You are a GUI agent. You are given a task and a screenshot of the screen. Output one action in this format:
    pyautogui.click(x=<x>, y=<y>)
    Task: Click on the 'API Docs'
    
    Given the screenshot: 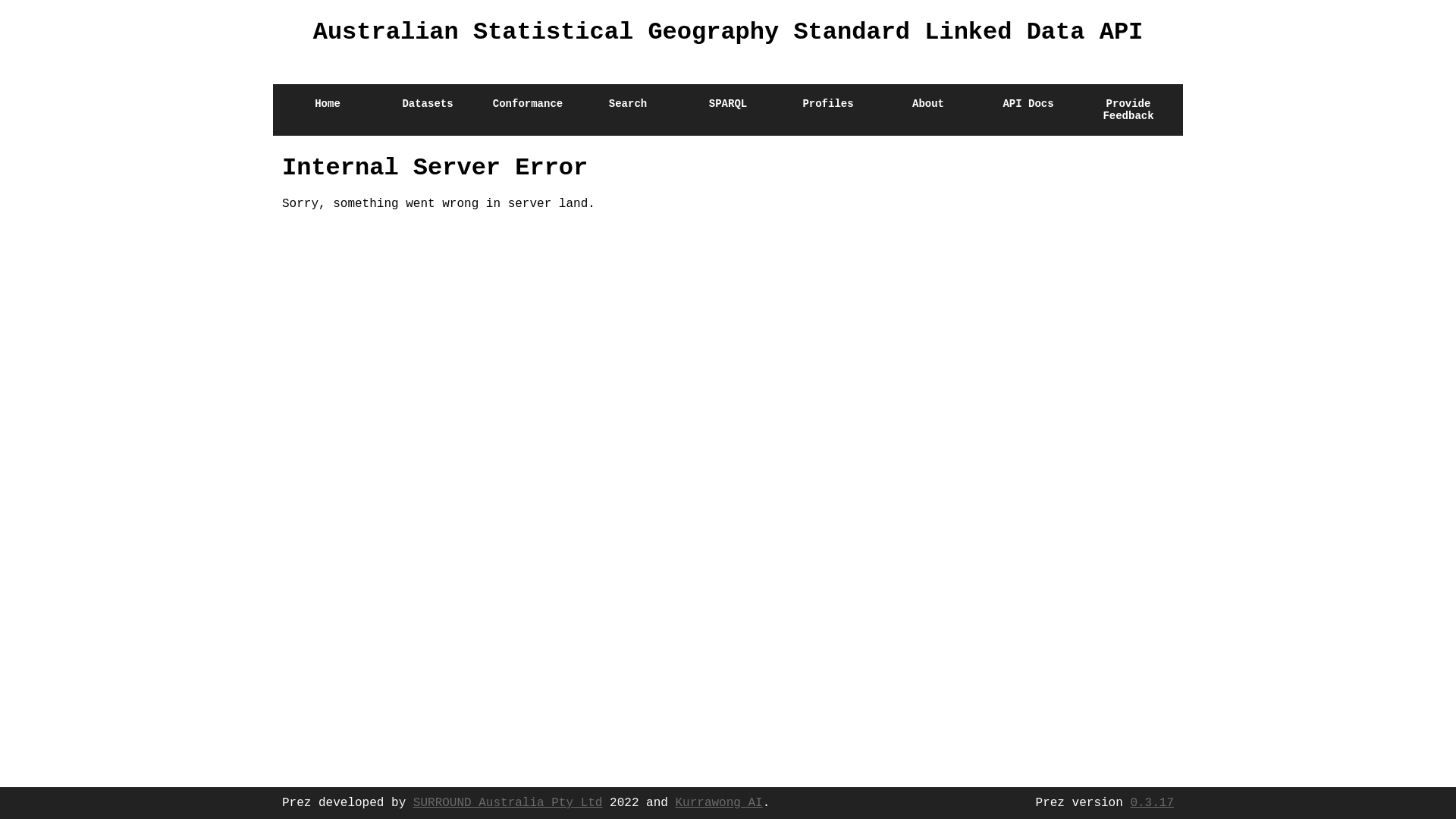 What is the action you would take?
    pyautogui.click(x=1028, y=109)
    